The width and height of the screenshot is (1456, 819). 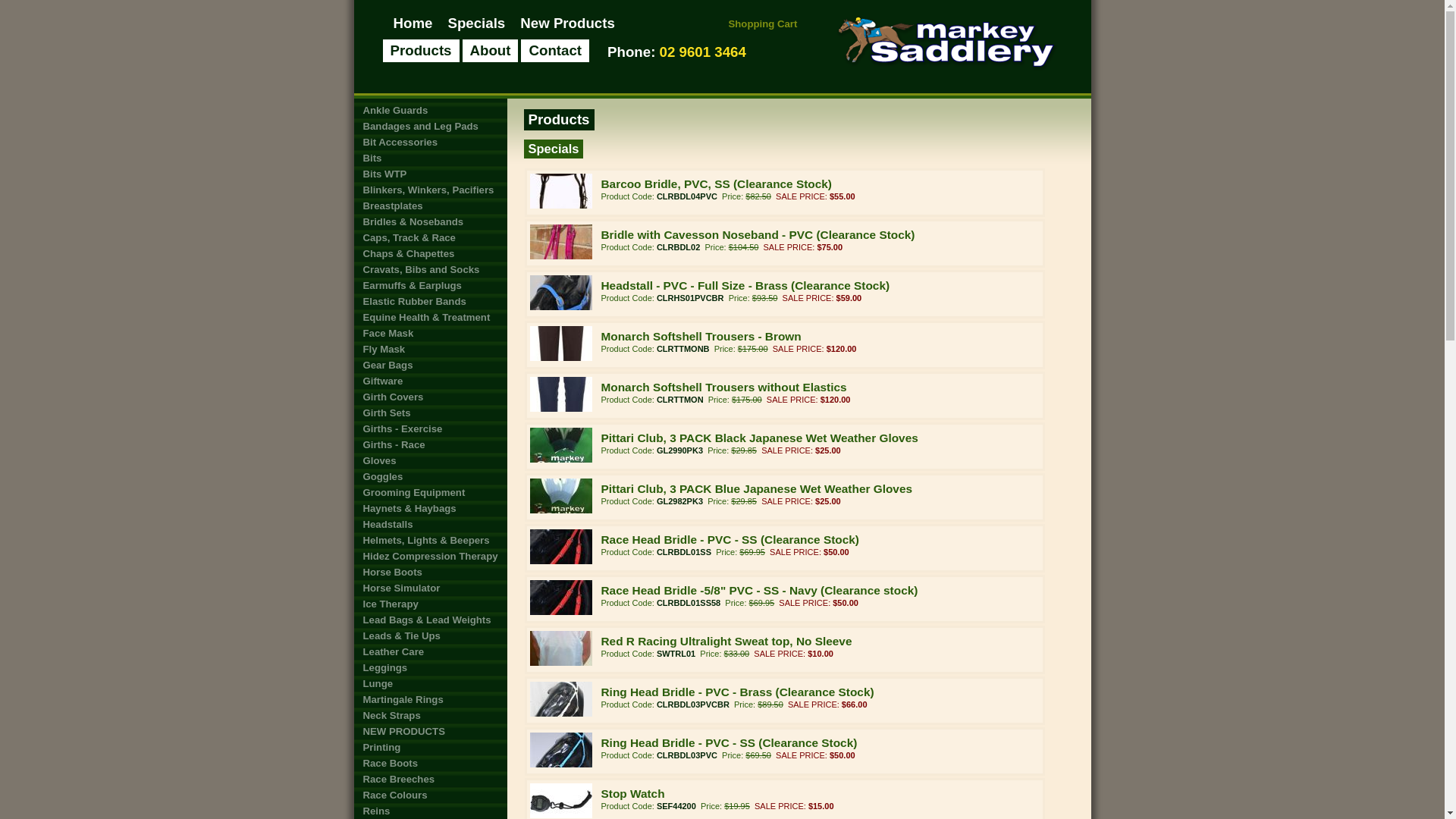 What do you see at coordinates (428, 268) in the screenshot?
I see `'Cravats, Bibs and Socks'` at bounding box center [428, 268].